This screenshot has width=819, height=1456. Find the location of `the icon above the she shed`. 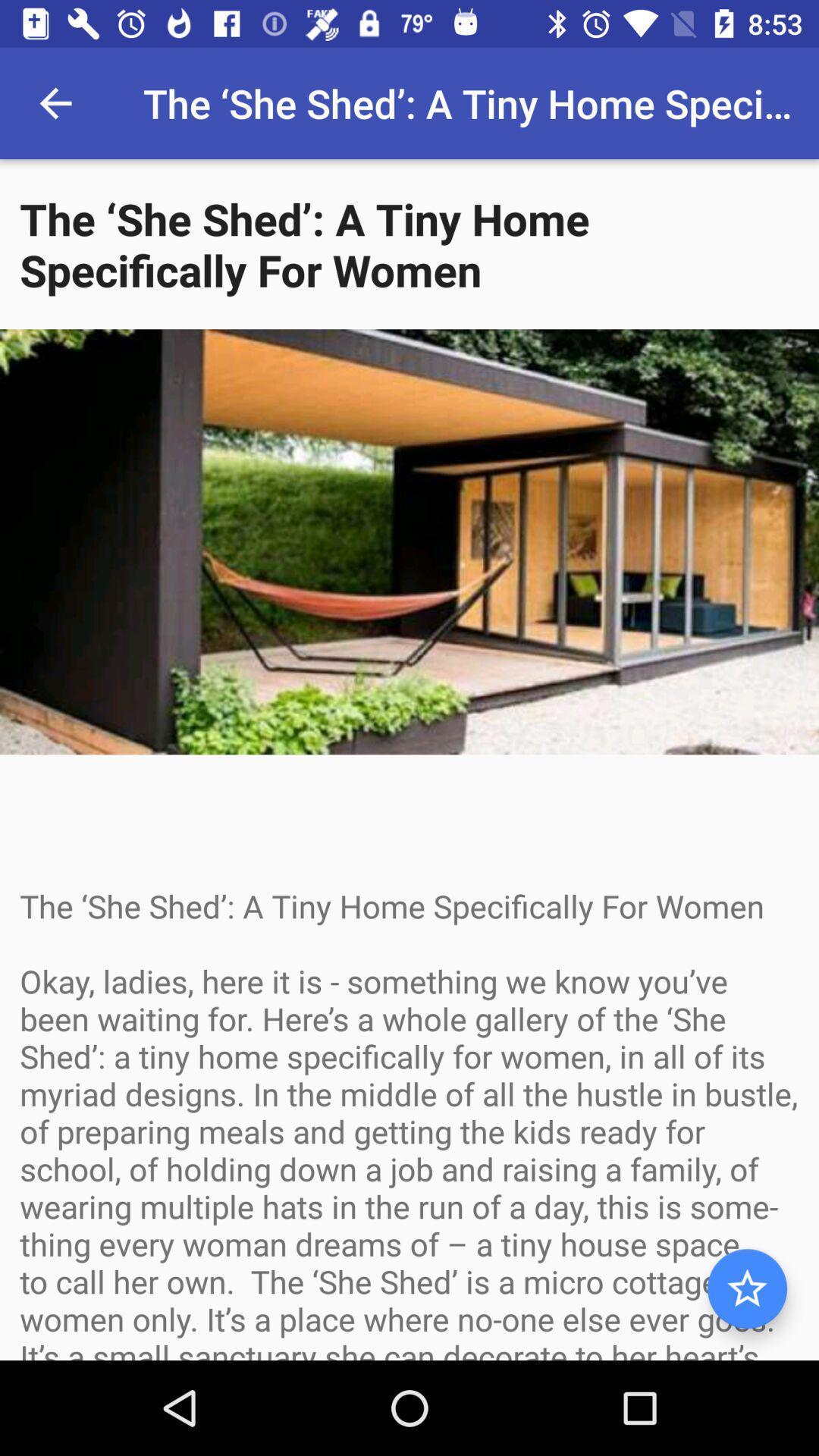

the icon above the she shed is located at coordinates (55, 102).